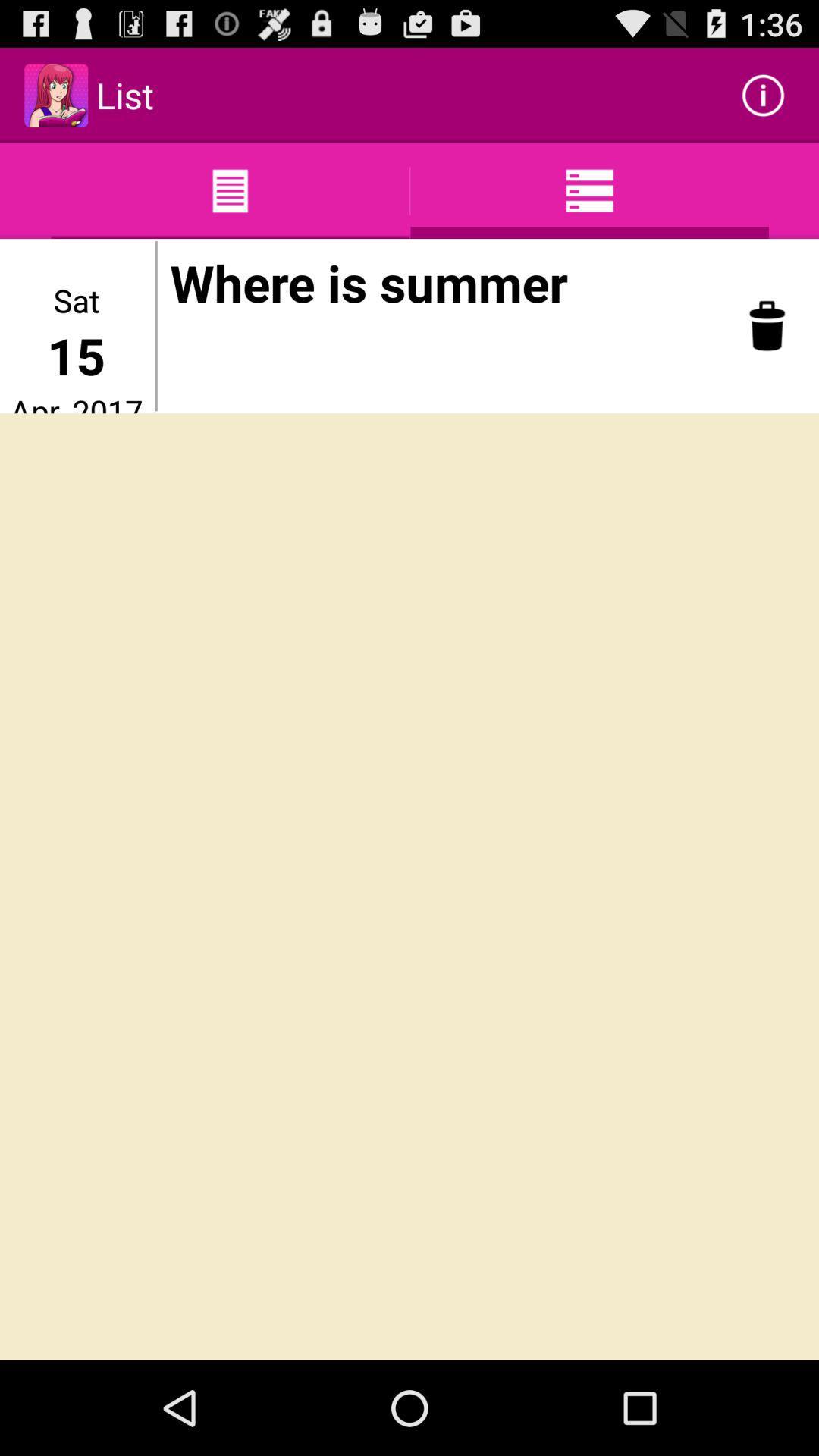  What do you see at coordinates (76, 355) in the screenshot?
I see `item below the sat app` at bounding box center [76, 355].